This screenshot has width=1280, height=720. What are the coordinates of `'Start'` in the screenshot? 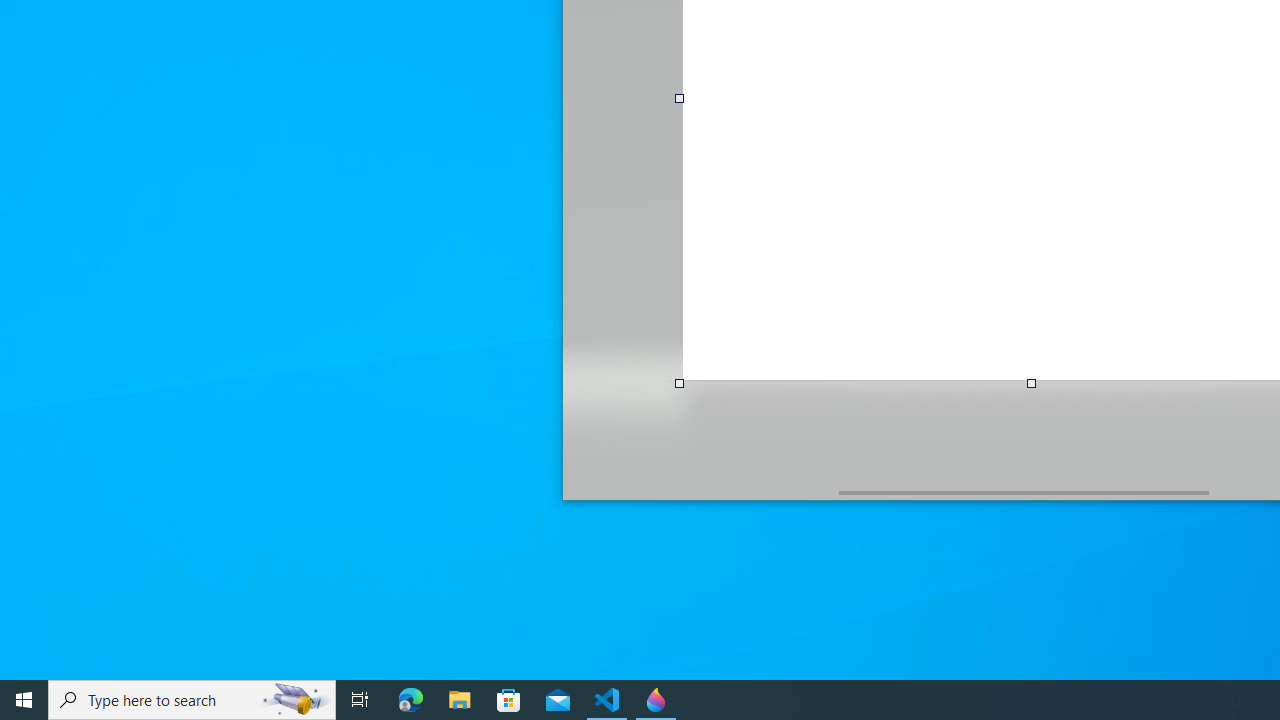 It's located at (24, 698).